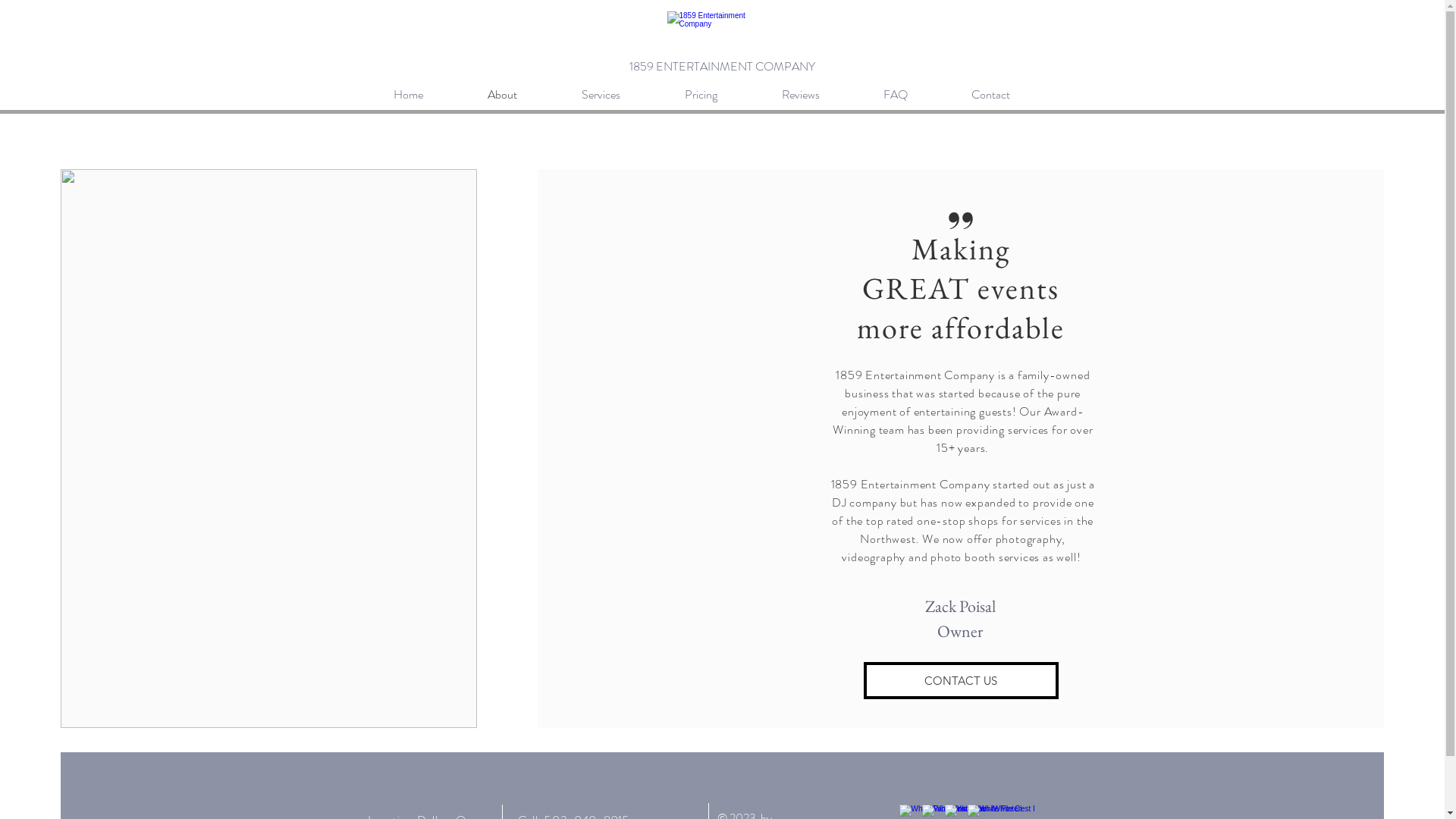  I want to click on 'FAQ', so click(915, 94).